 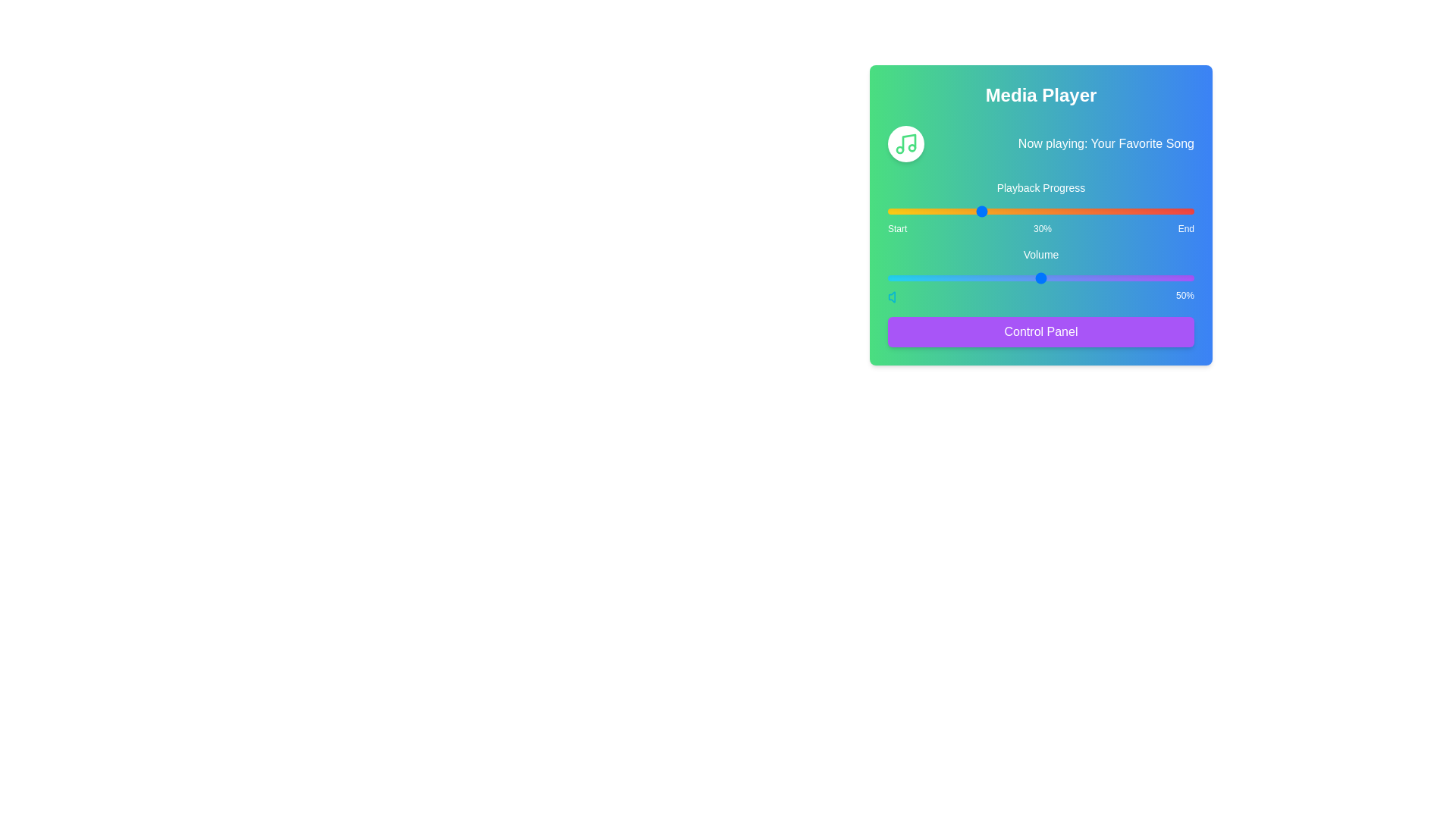 I want to click on the volume slider to 5%, so click(x=903, y=278).